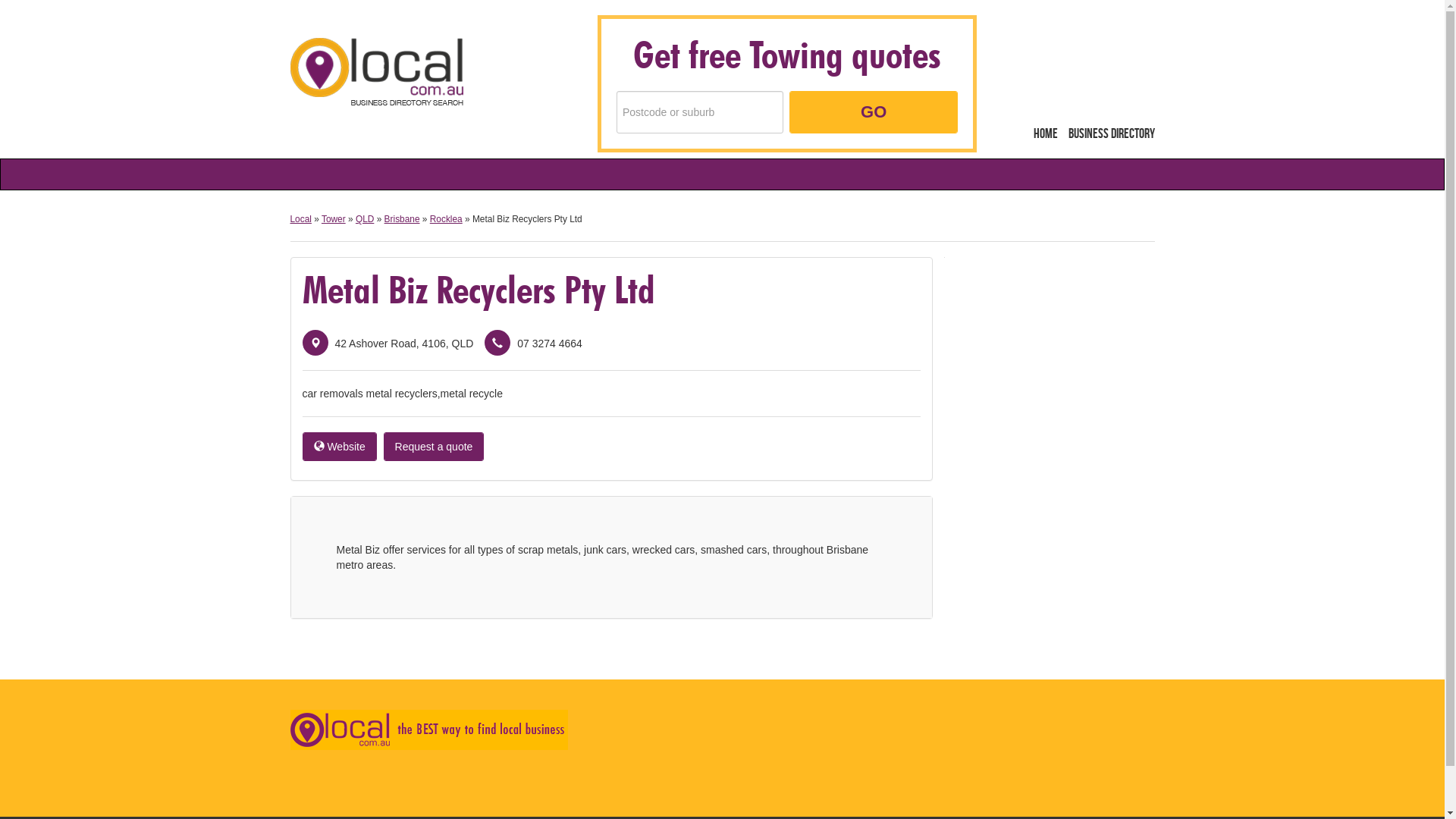 This screenshot has height=819, width=1456. I want to click on 'GO', so click(874, 111).